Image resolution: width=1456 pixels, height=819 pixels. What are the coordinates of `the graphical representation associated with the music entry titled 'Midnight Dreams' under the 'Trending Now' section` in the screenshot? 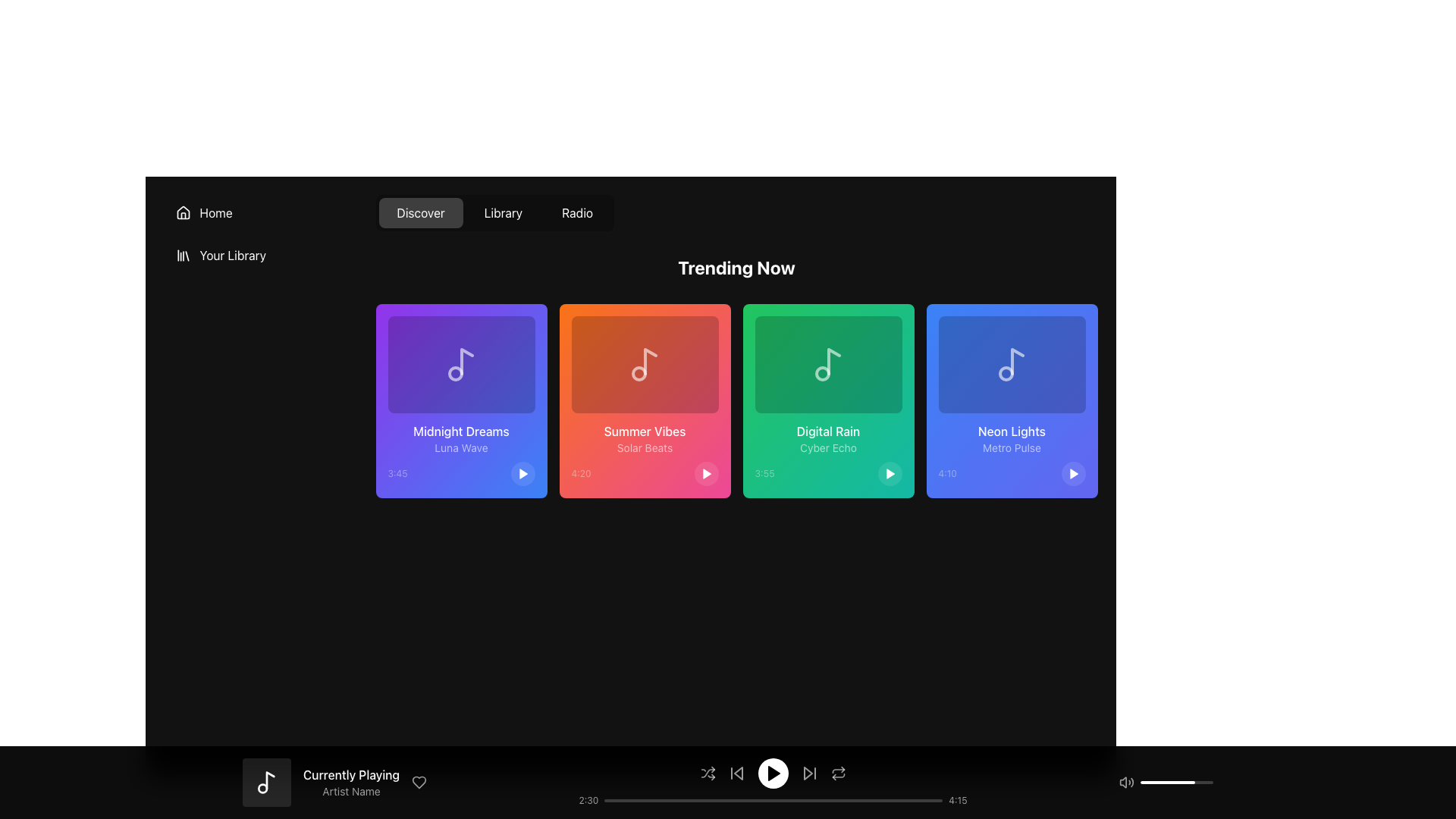 It's located at (460, 365).